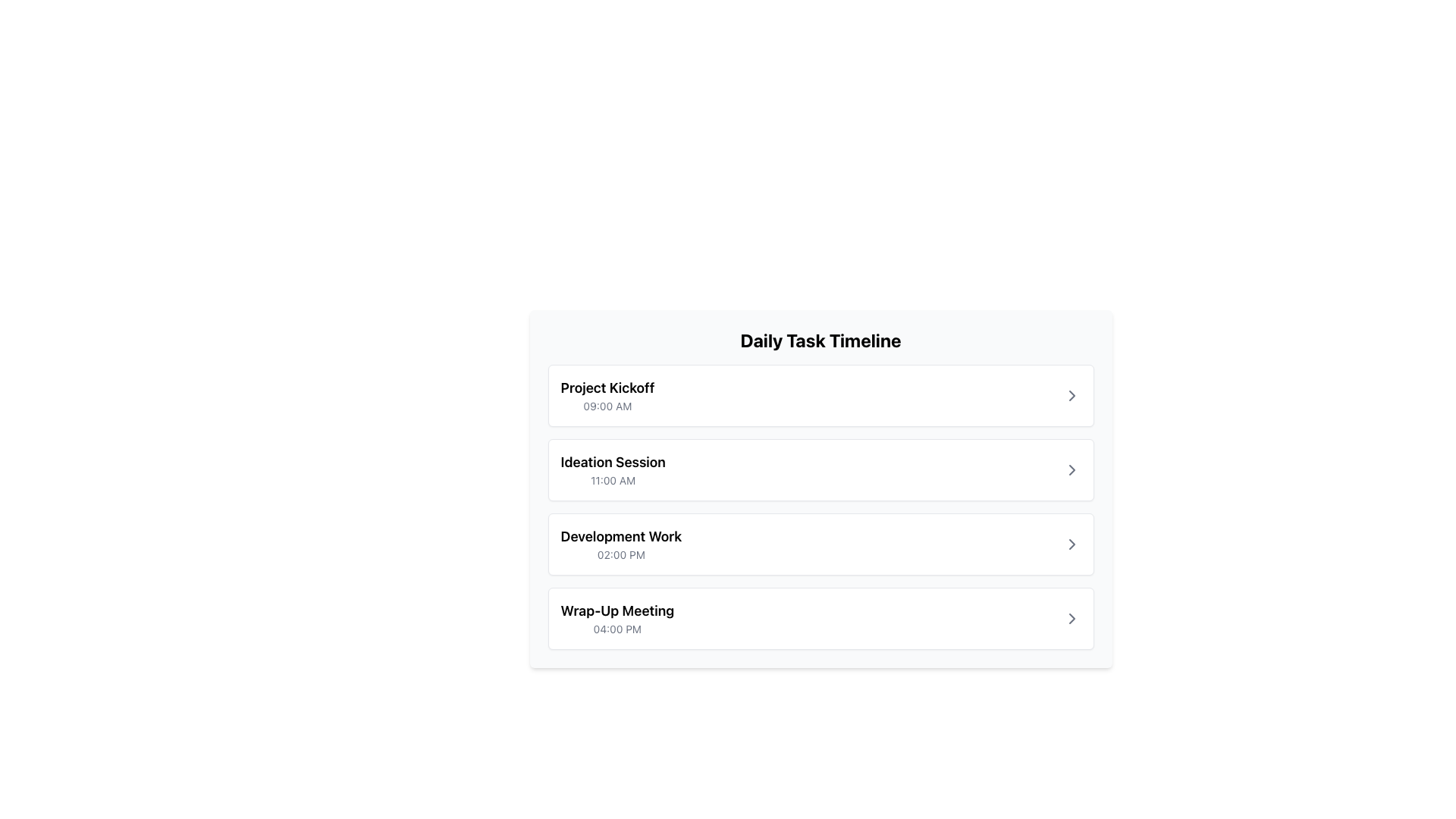 The width and height of the screenshot is (1456, 819). Describe the element at coordinates (607, 388) in the screenshot. I see `text label displaying 'Project Kickoff' located at the top of the first event block in the 'Daily Task Timeline'` at that location.